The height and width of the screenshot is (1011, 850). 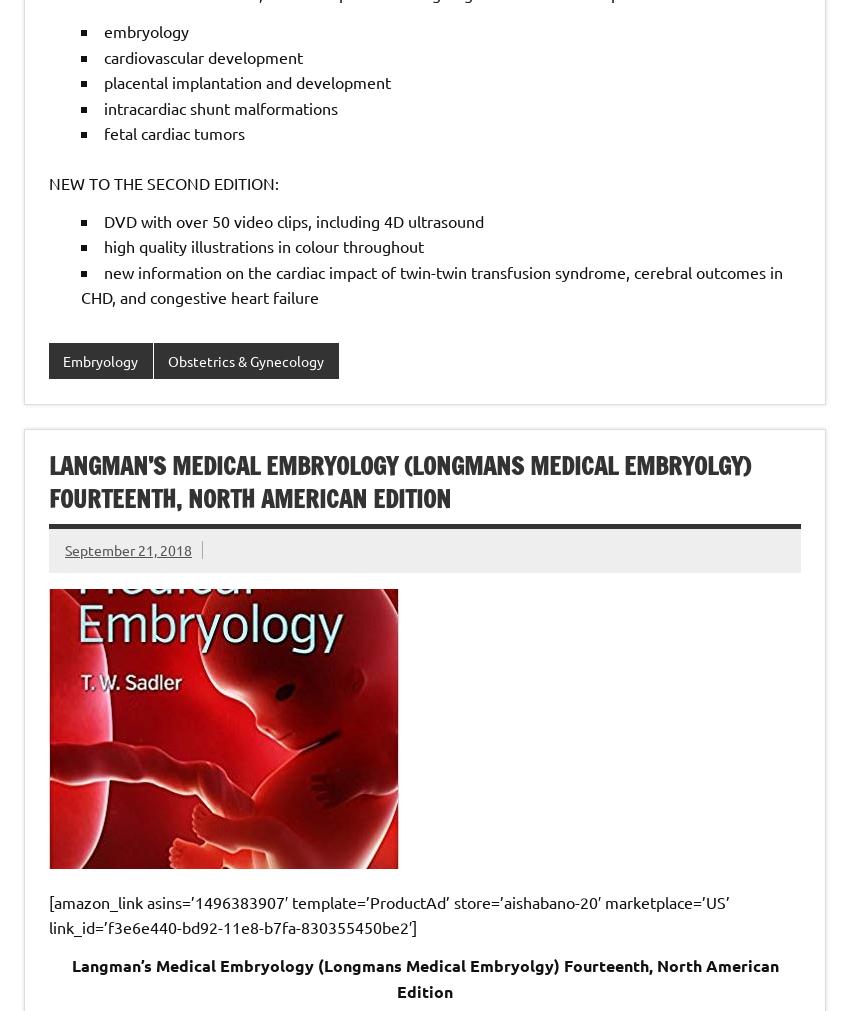 What do you see at coordinates (221, 105) in the screenshot?
I see `'intracardiac shunt malformations'` at bounding box center [221, 105].